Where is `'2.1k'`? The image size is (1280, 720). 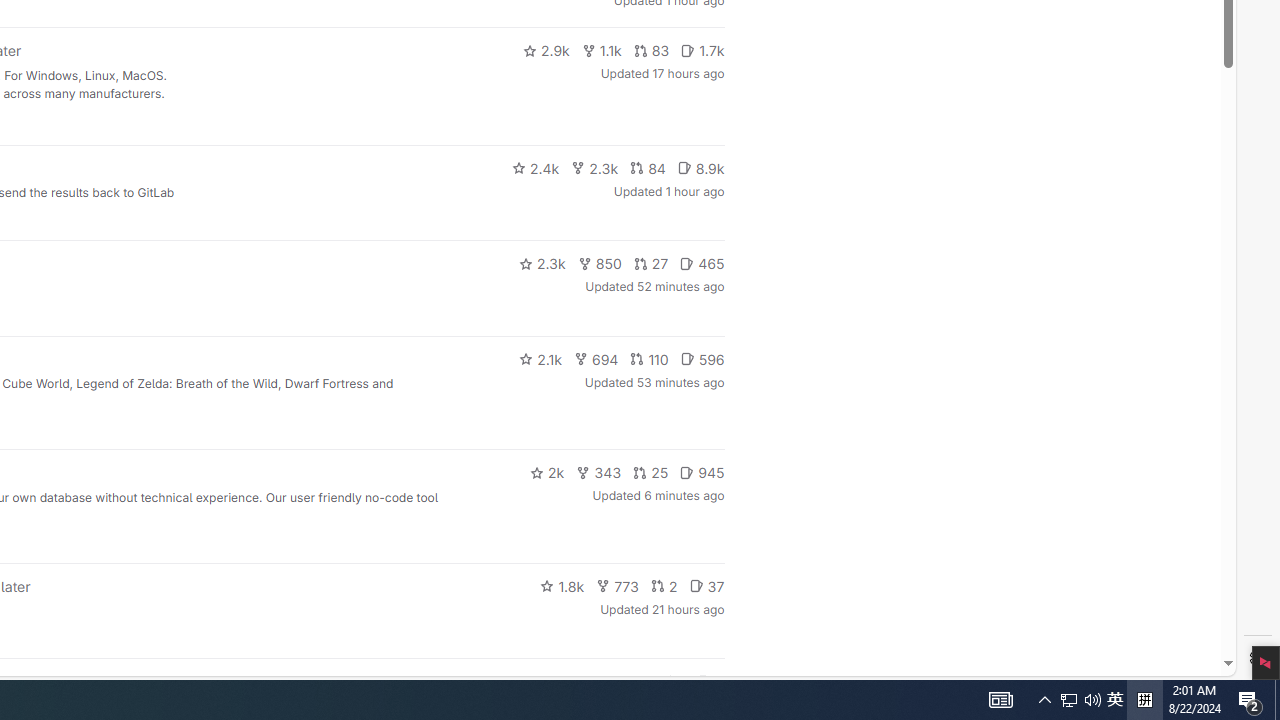 '2.1k' is located at coordinates (540, 357).